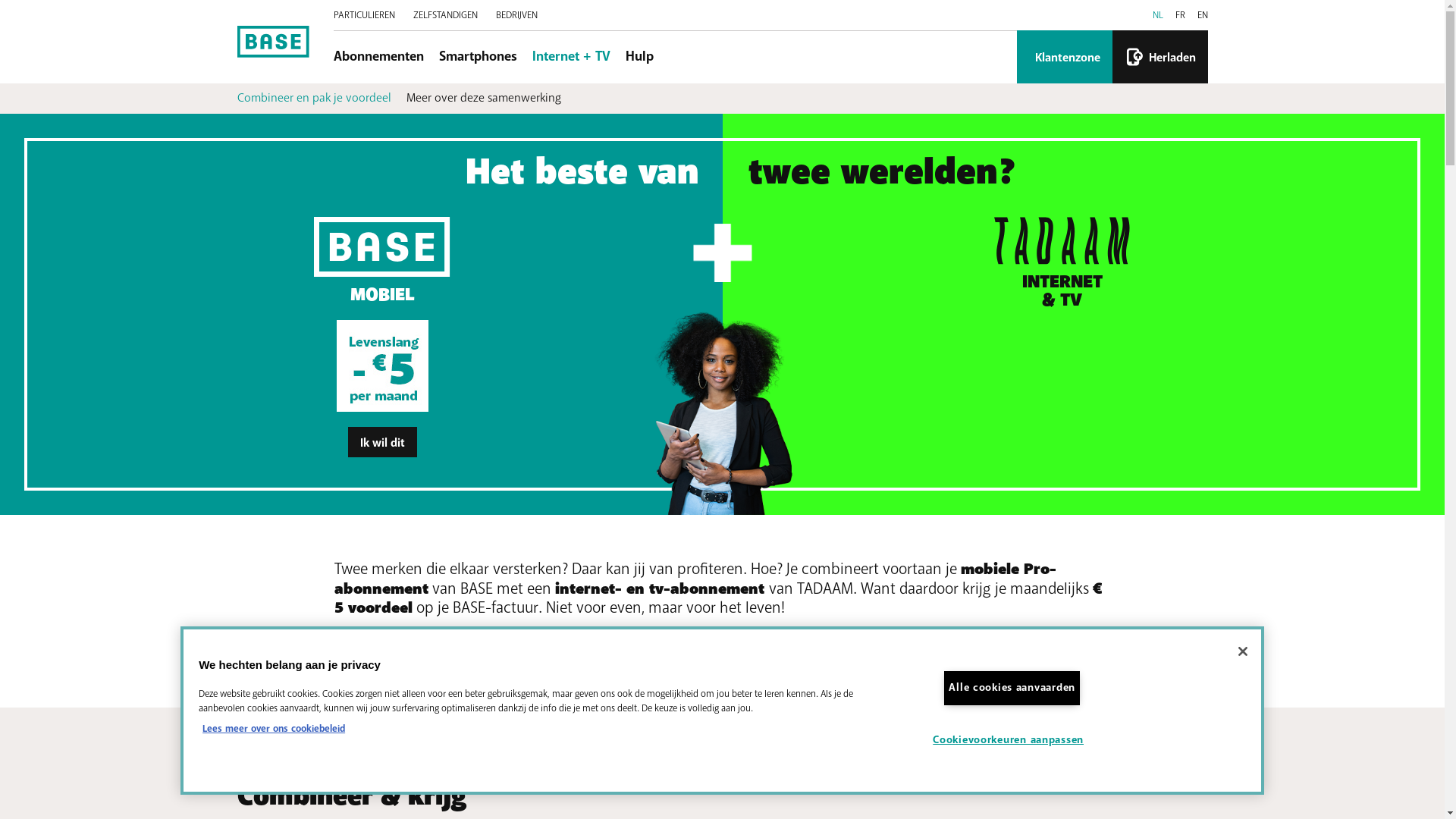 The width and height of the screenshot is (1456, 819). Describe the element at coordinates (570, 56) in the screenshot. I see `'Internet + TV'` at that location.